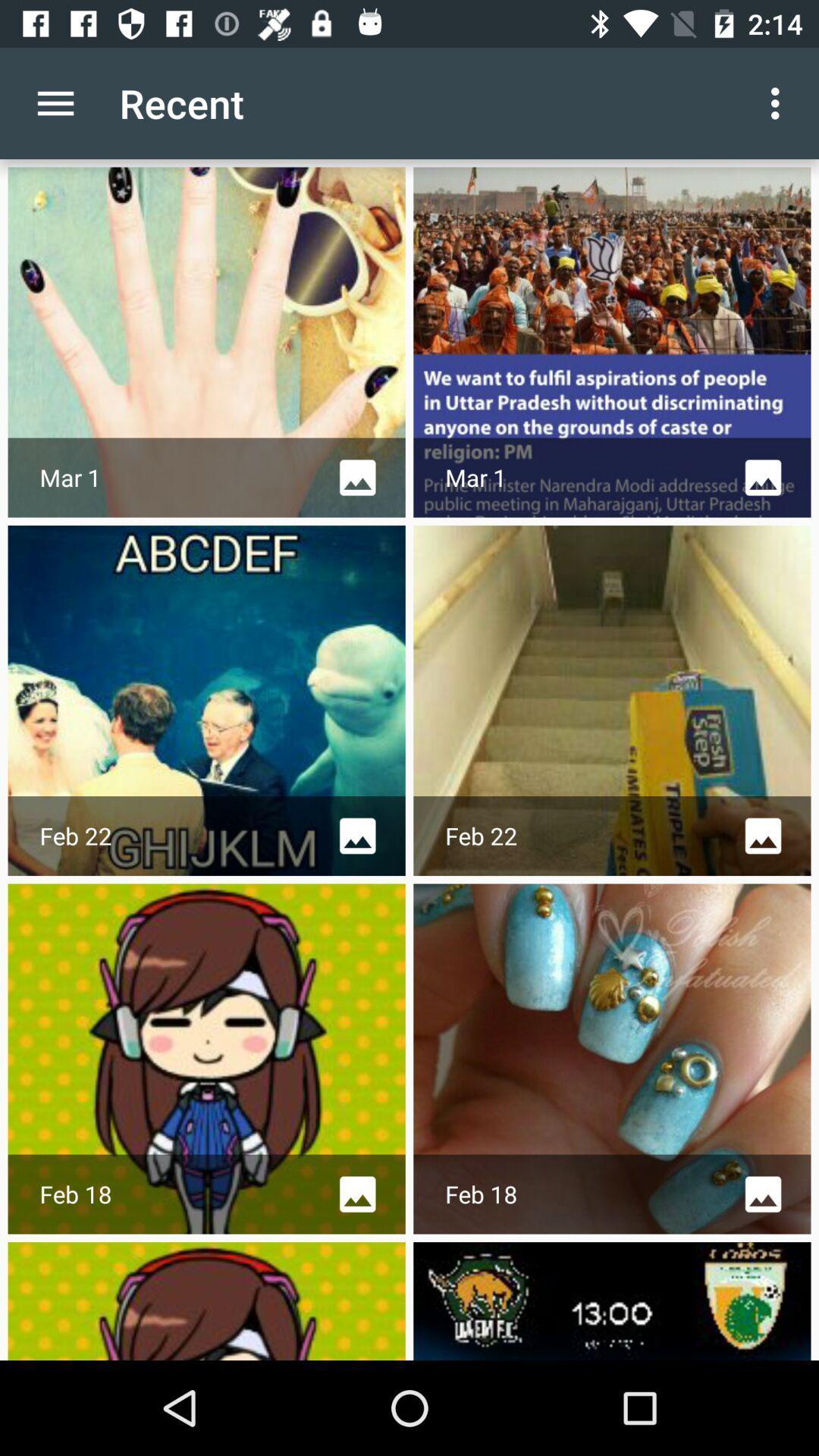  Describe the element at coordinates (779, 102) in the screenshot. I see `app next to the recent item` at that location.